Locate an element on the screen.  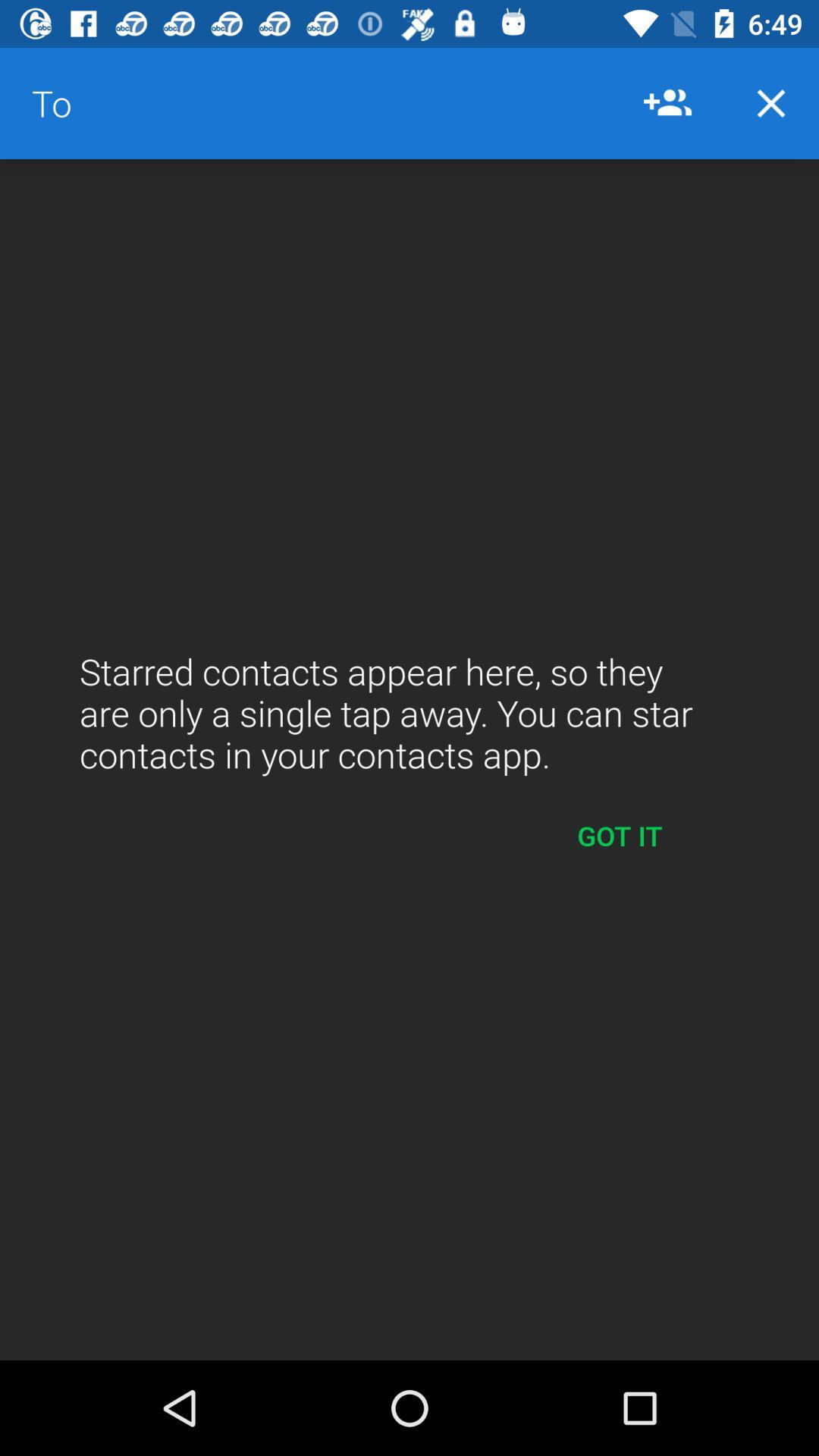
the follow icon is located at coordinates (667, 102).